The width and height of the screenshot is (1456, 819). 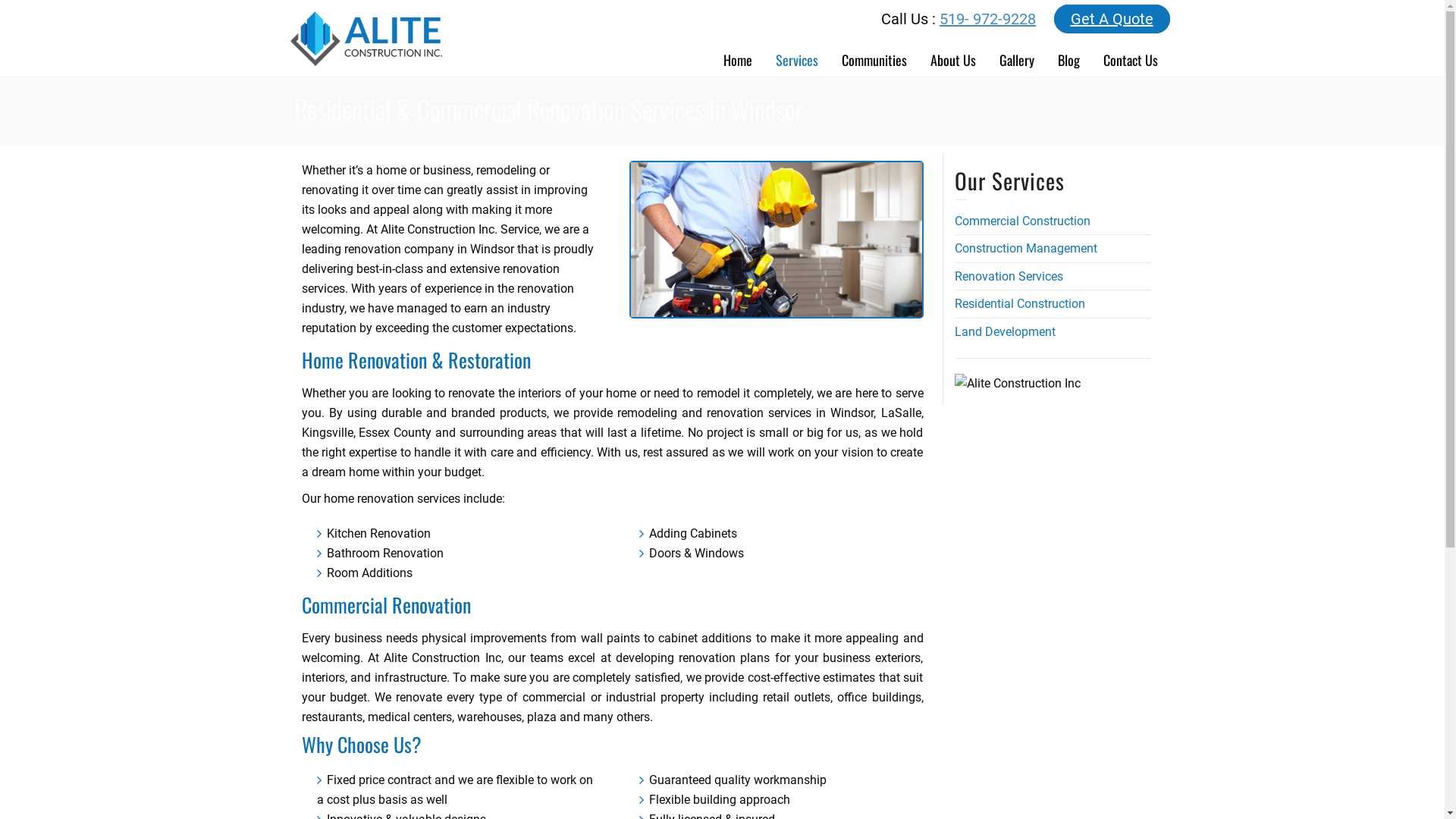 I want to click on 'Land Development', so click(x=1004, y=331).